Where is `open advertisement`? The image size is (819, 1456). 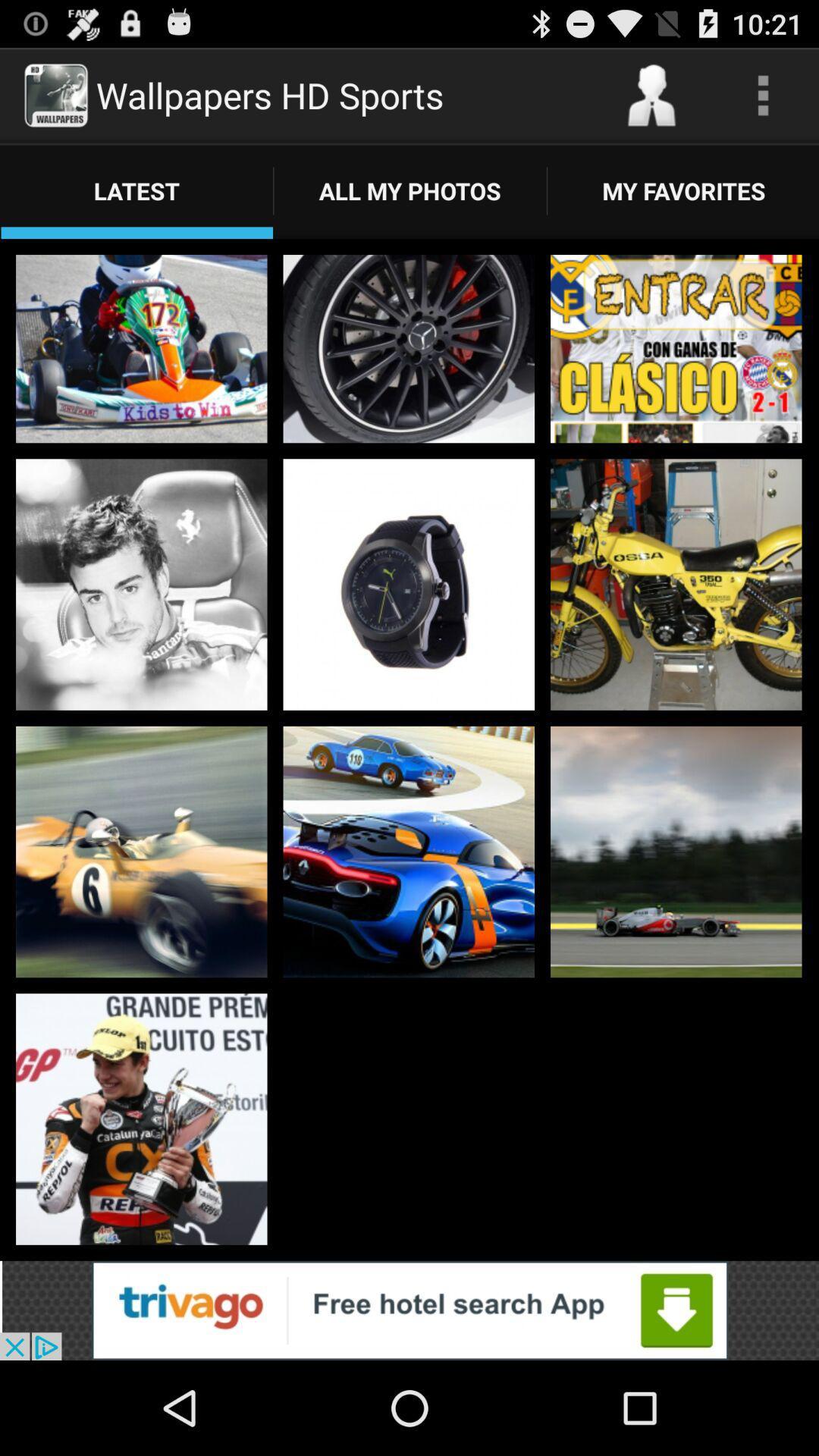
open advertisement is located at coordinates (409, 1310).